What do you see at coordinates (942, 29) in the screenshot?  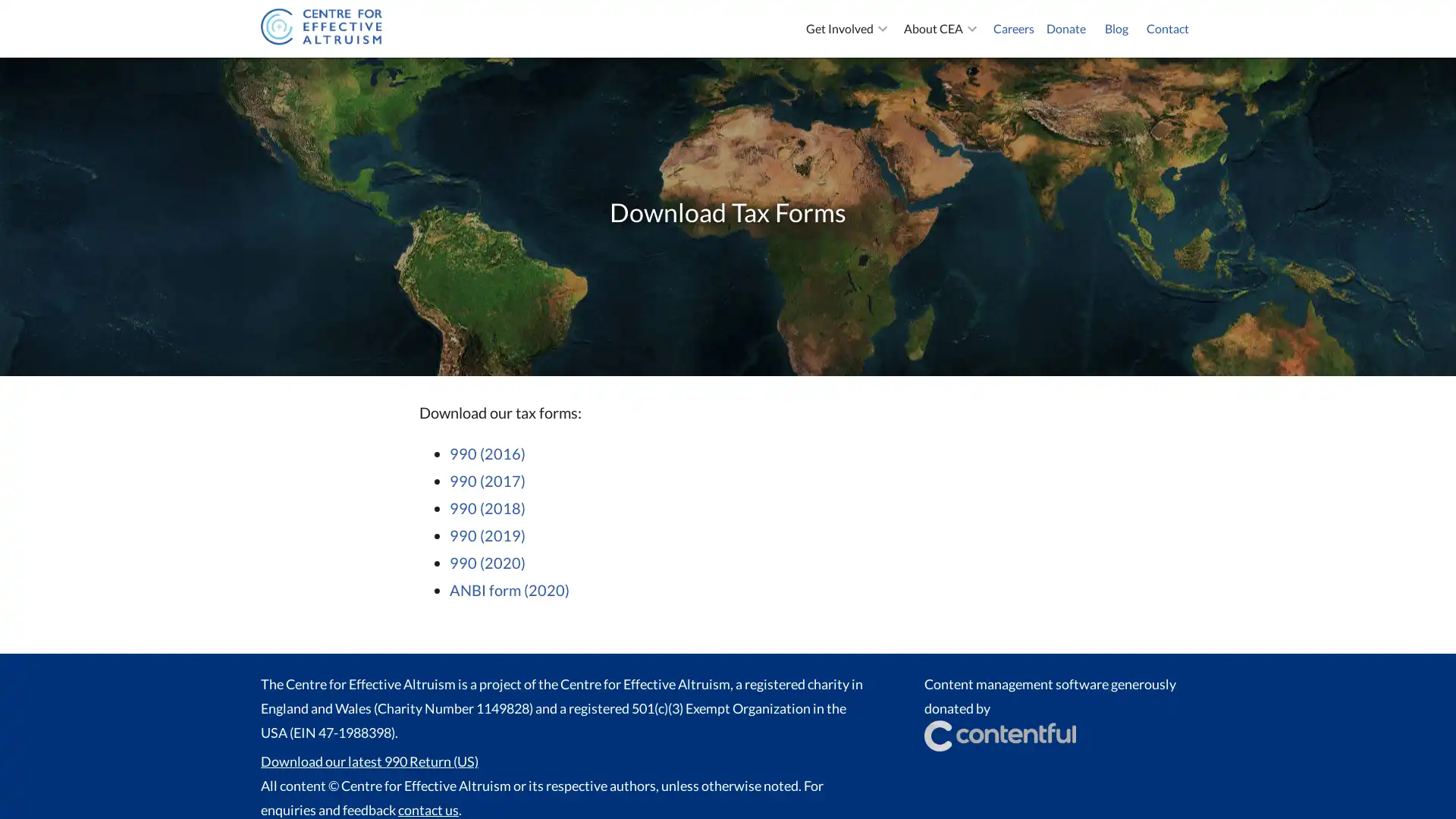 I see `About CEA` at bounding box center [942, 29].